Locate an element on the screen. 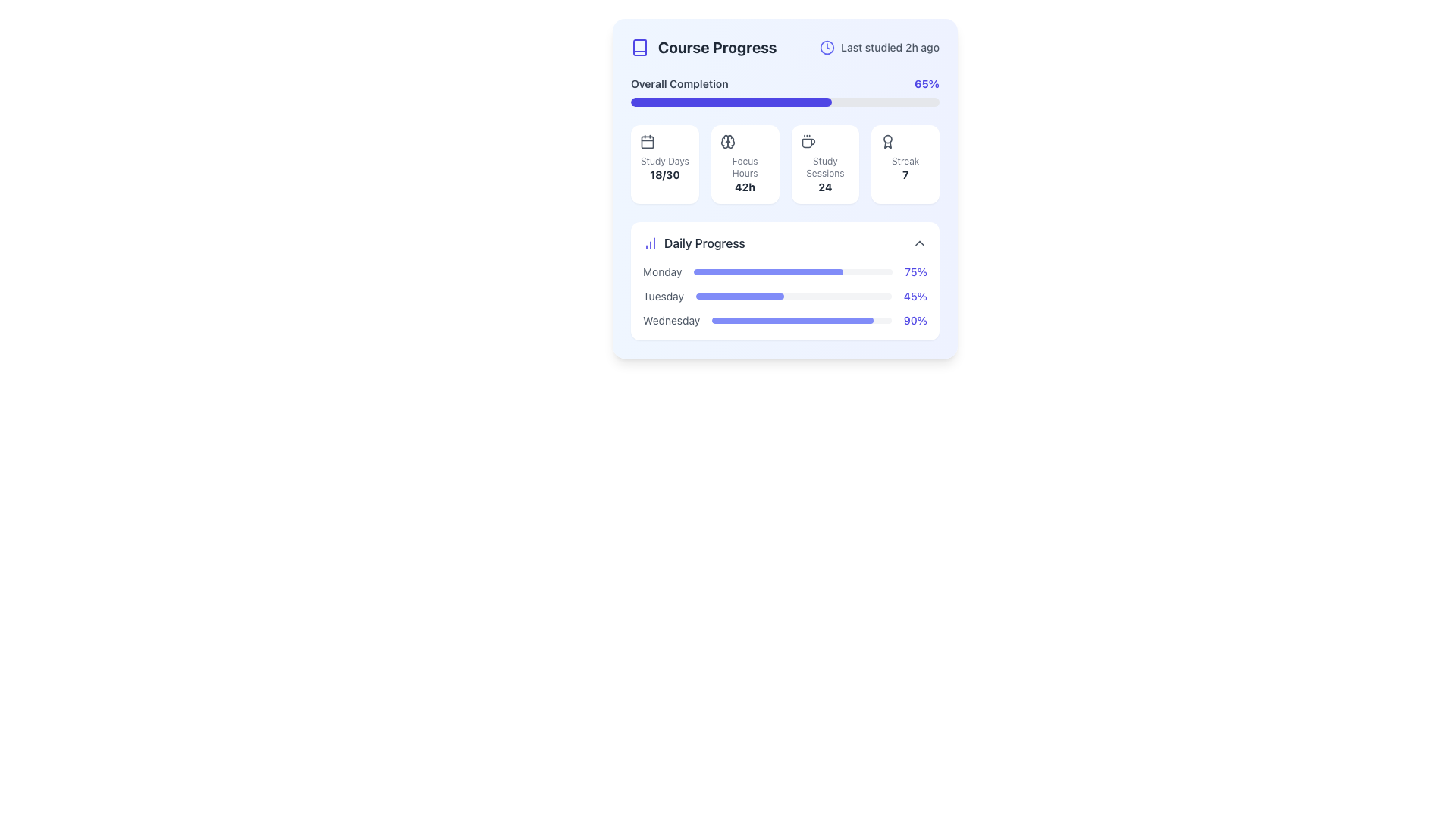 Image resolution: width=1456 pixels, height=819 pixels. the blue clock icon SVG located at the top right corner of the 'Course Progress' card, which precedes the text 'Last studied 2h ago' is located at coordinates (826, 46).